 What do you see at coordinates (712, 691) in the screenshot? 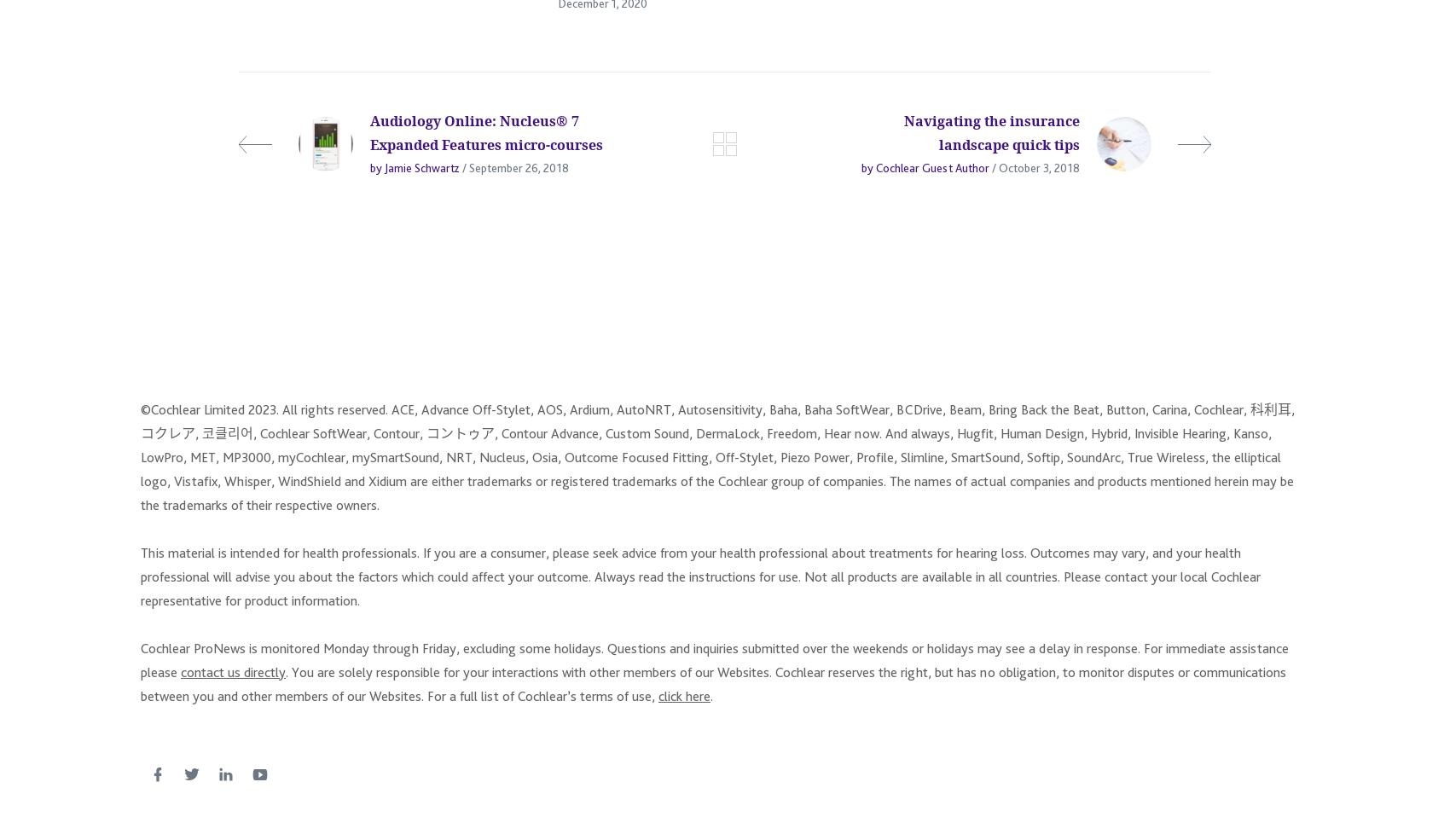
I see `'. You are solely responsible for your interactions with other members of our Websites. Cochlear reserves the right, but has no obligation, to monitor disputes or communications between you and other members of our Websites. For a full list of Cochlear’s terms of use,'` at bounding box center [712, 691].